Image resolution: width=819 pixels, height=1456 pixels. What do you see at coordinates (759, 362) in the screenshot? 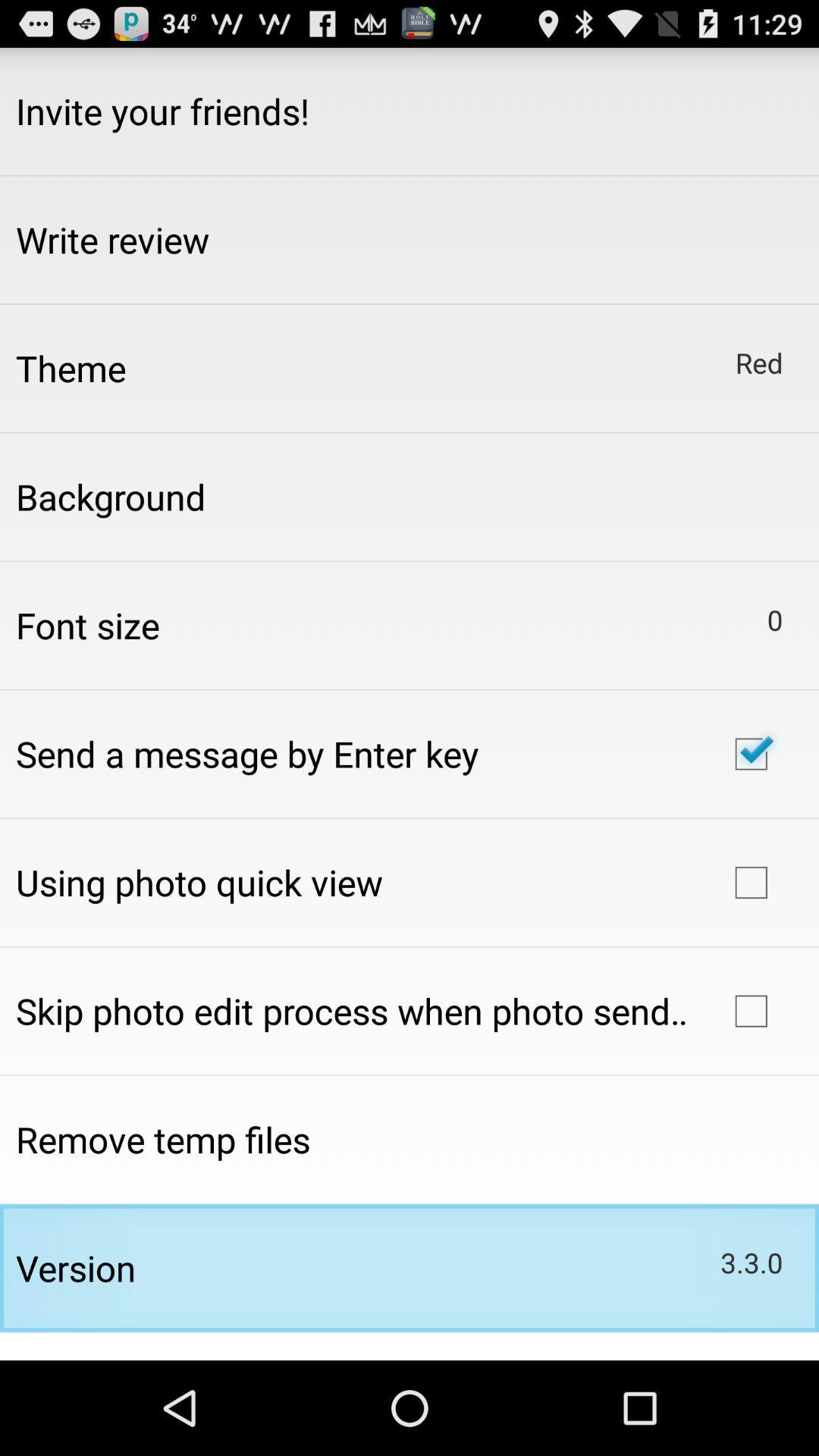
I see `app above the 0 item` at bounding box center [759, 362].